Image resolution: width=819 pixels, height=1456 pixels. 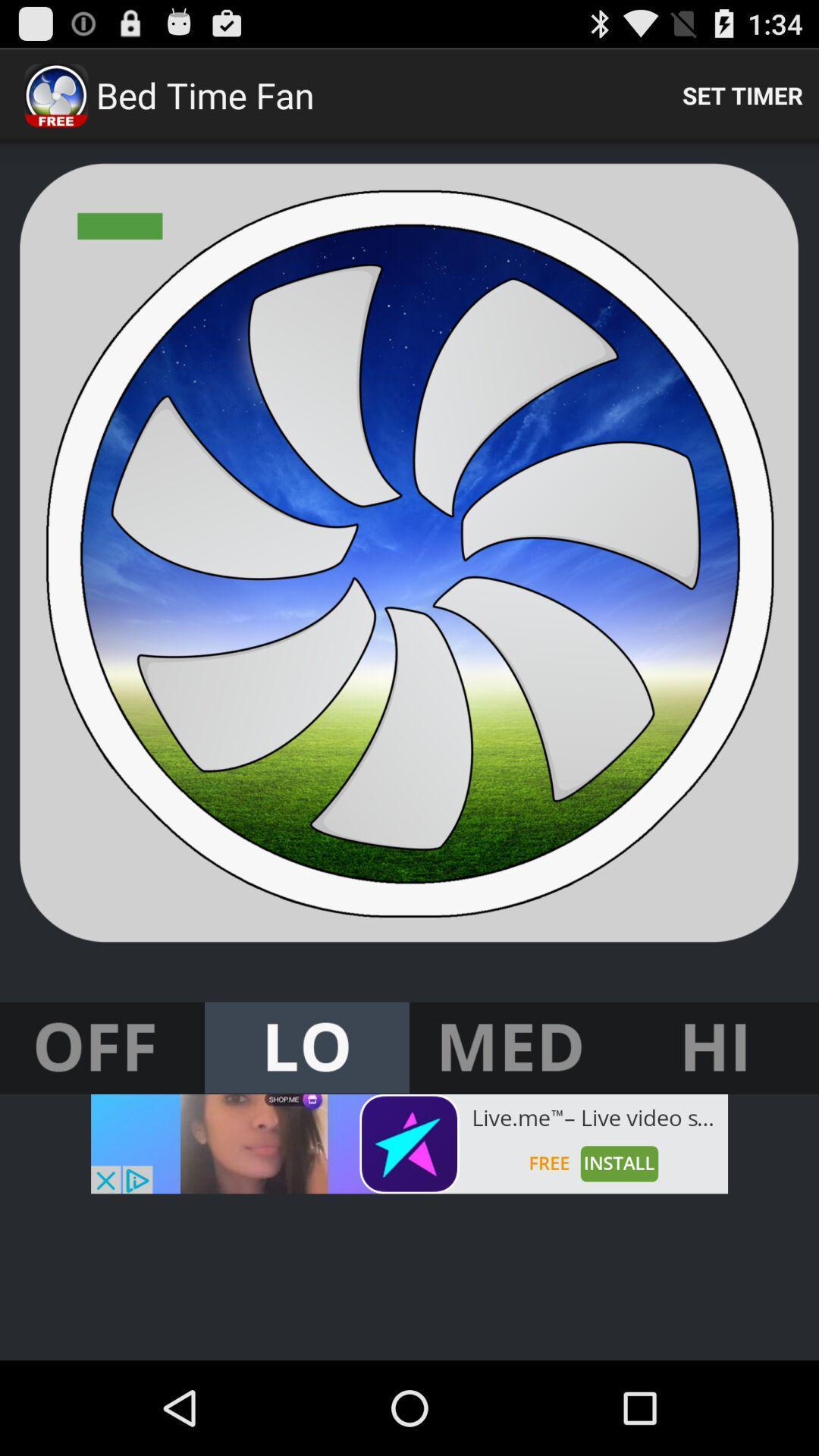 I want to click on sound for bed time fan app, so click(x=307, y=1047).